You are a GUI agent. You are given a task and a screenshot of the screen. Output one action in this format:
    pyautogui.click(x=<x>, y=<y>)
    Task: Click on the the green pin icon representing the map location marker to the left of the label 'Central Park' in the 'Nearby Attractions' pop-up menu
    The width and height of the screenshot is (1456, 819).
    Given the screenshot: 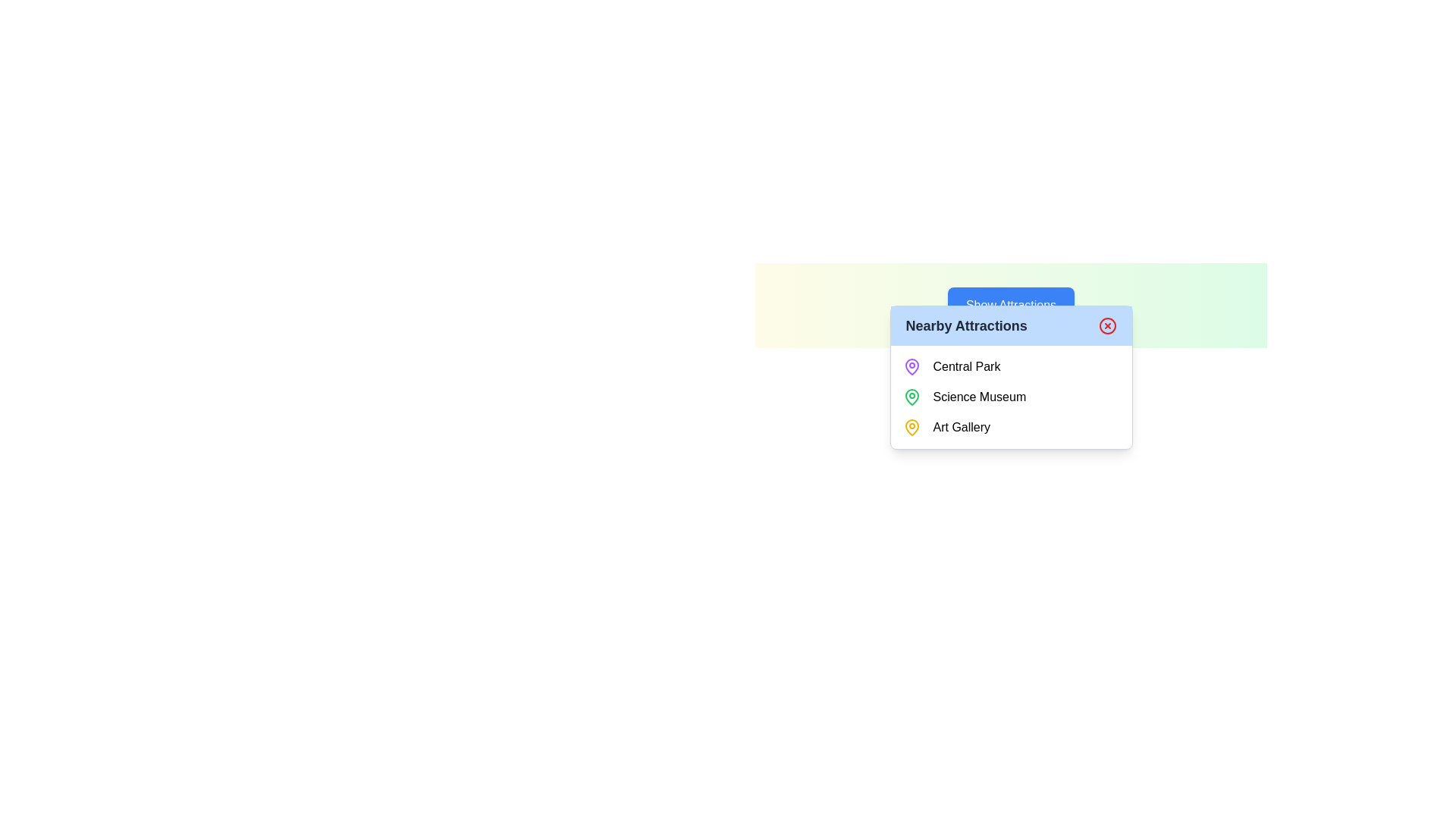 What is the action you would take?
    pyautogui.click(x=911, y=397)
    